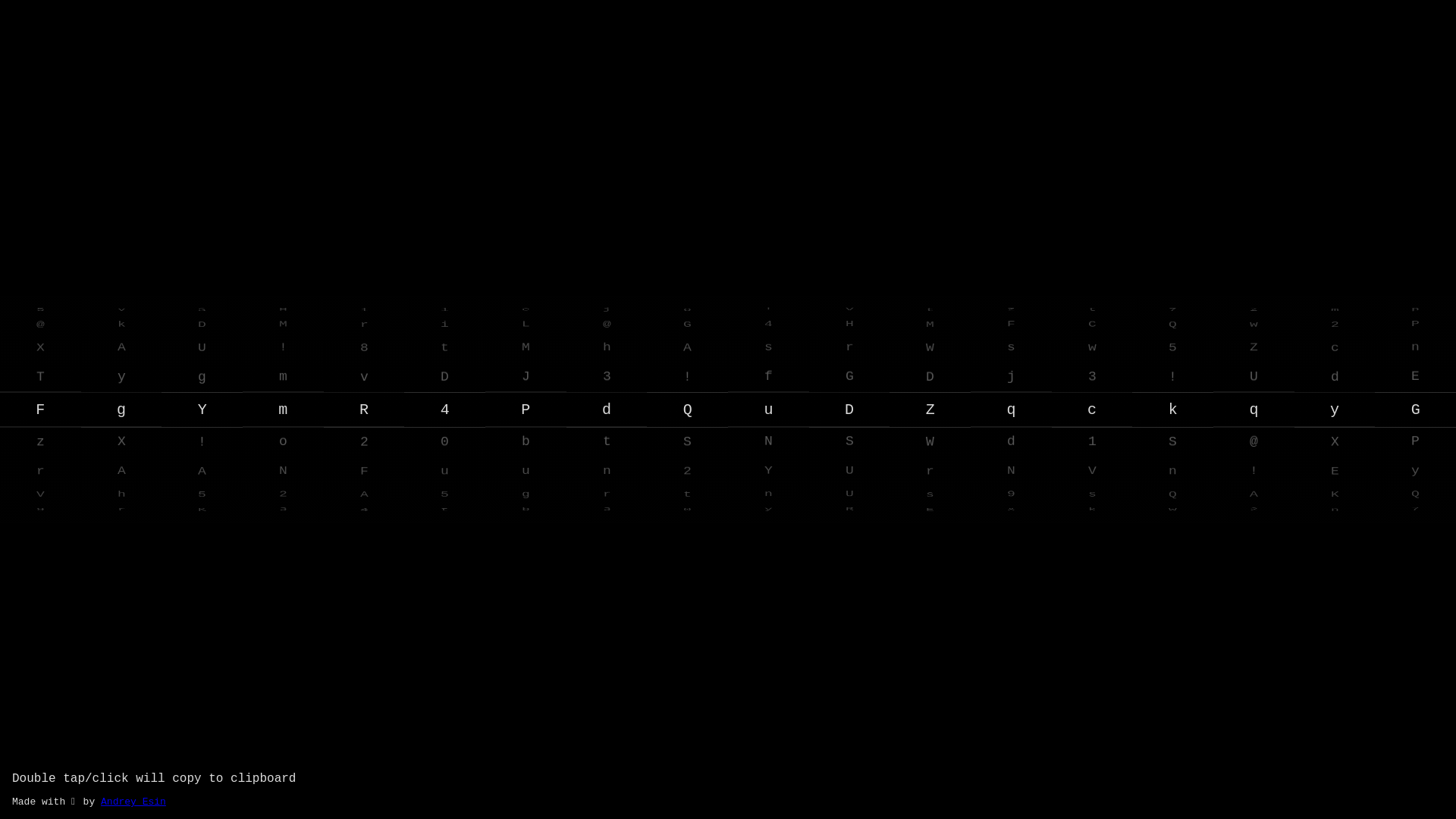 This screenshot has width=1456, height=819. I want to click on 'Andrey Esin', so click(100, 801).